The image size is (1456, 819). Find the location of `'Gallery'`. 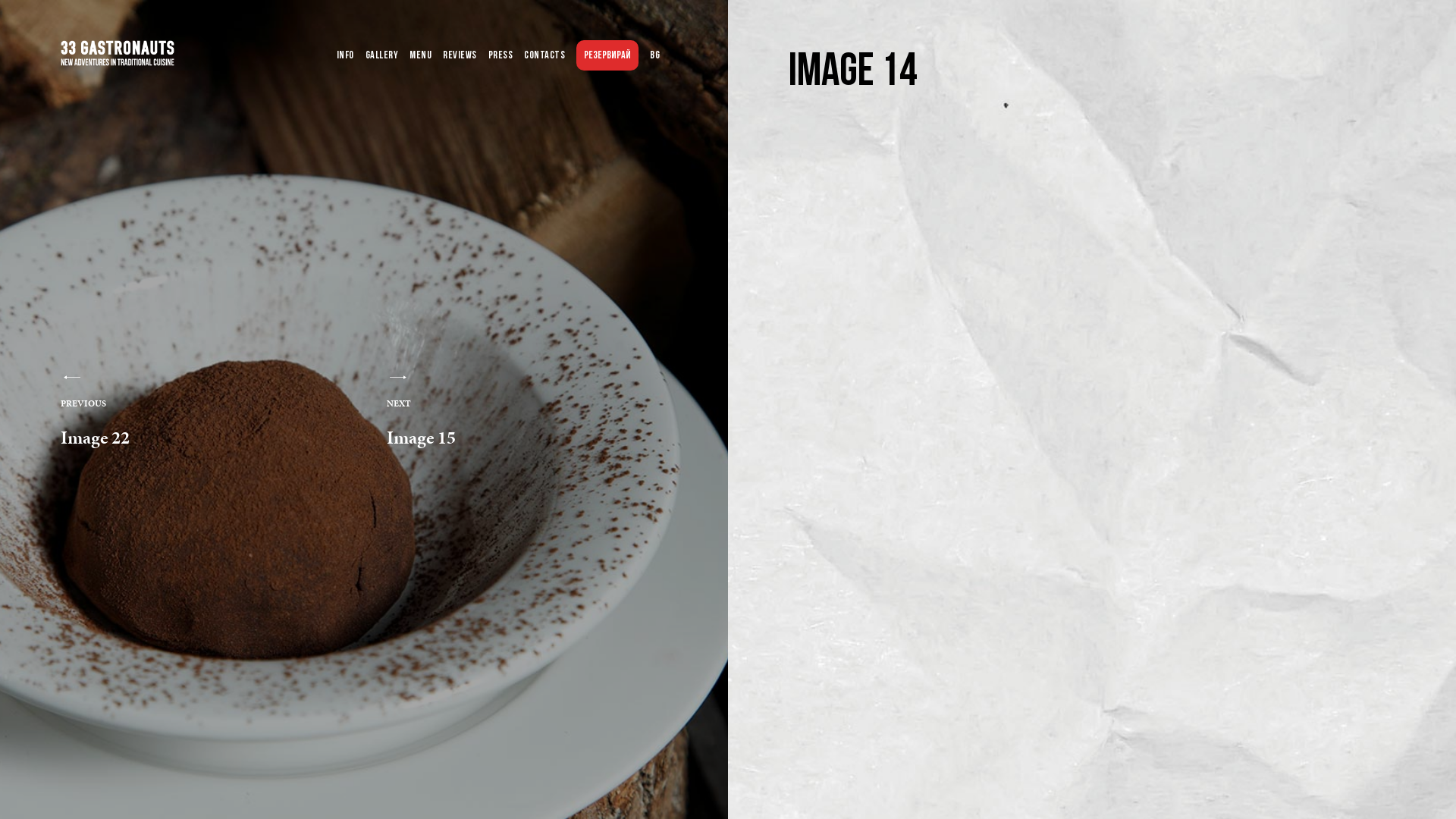

'Gallery' is located at coordinates (382, 55).